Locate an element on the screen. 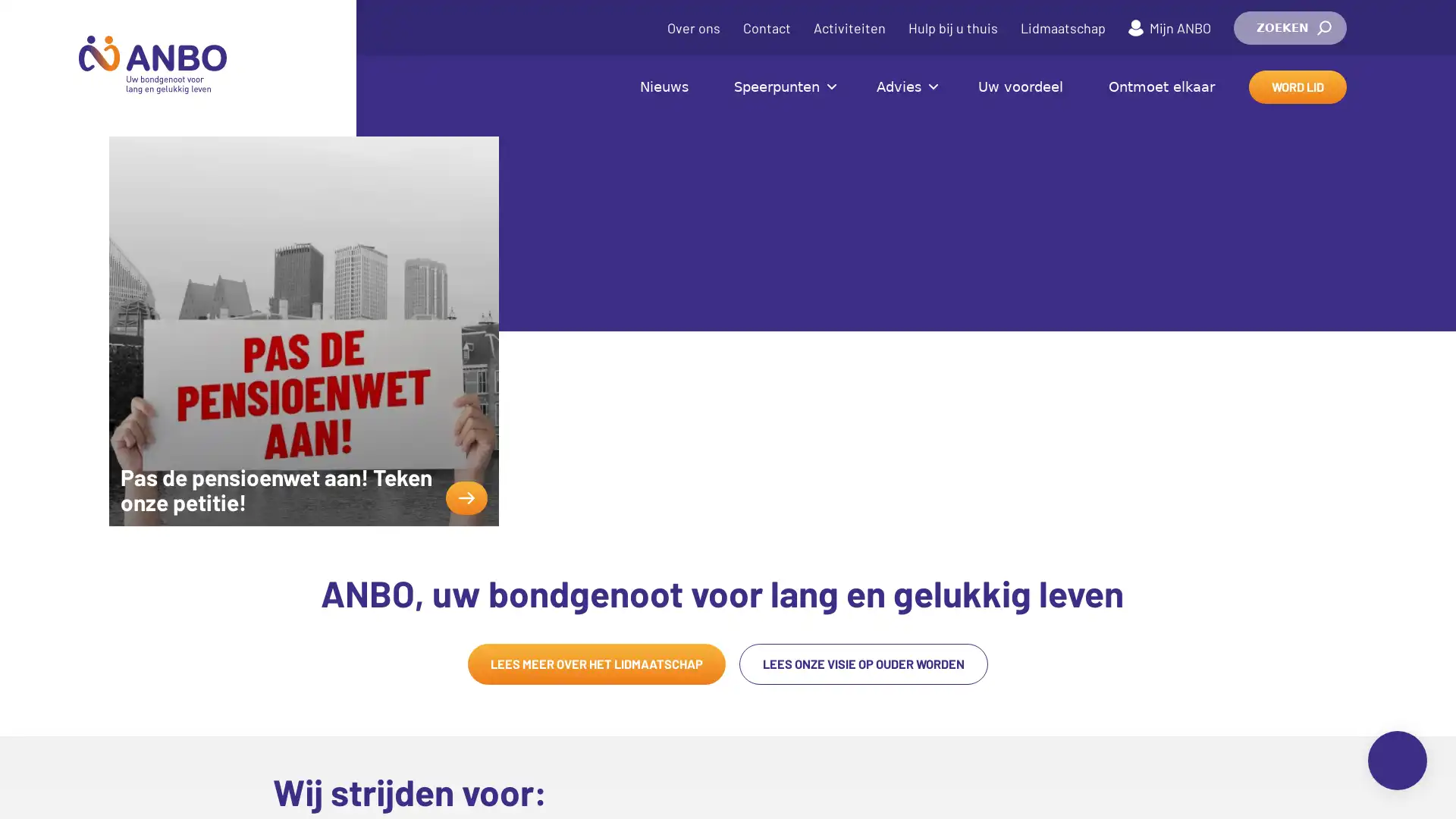 The image size is (1456, 819). ZOEKEN is located at coordinates (1289, 28).